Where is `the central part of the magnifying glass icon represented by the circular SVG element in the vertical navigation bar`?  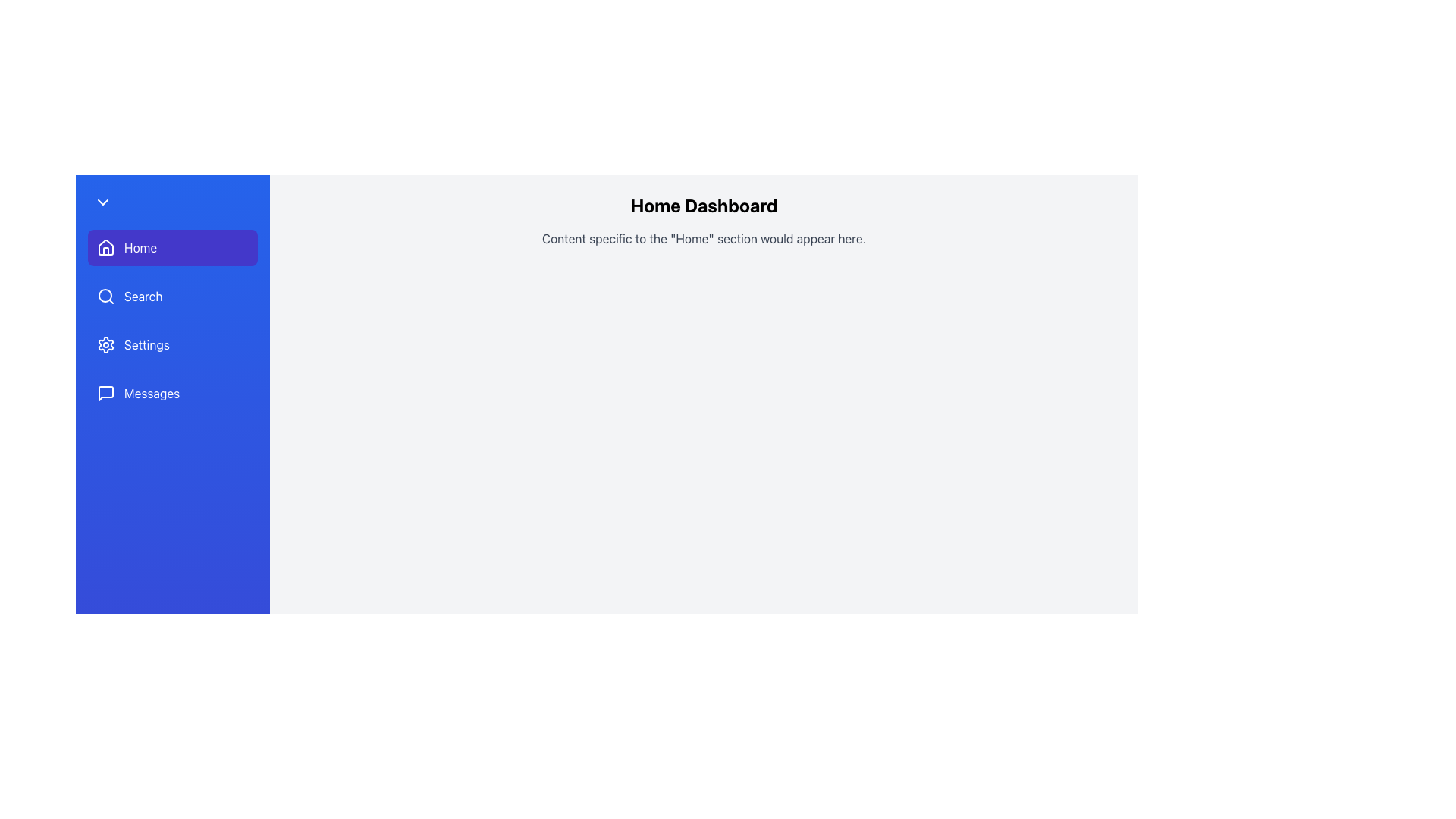 the central part of the magnifying glass icon represented by the circular SVG element in the vertical navigation bar is located at coordinates (105, 295).